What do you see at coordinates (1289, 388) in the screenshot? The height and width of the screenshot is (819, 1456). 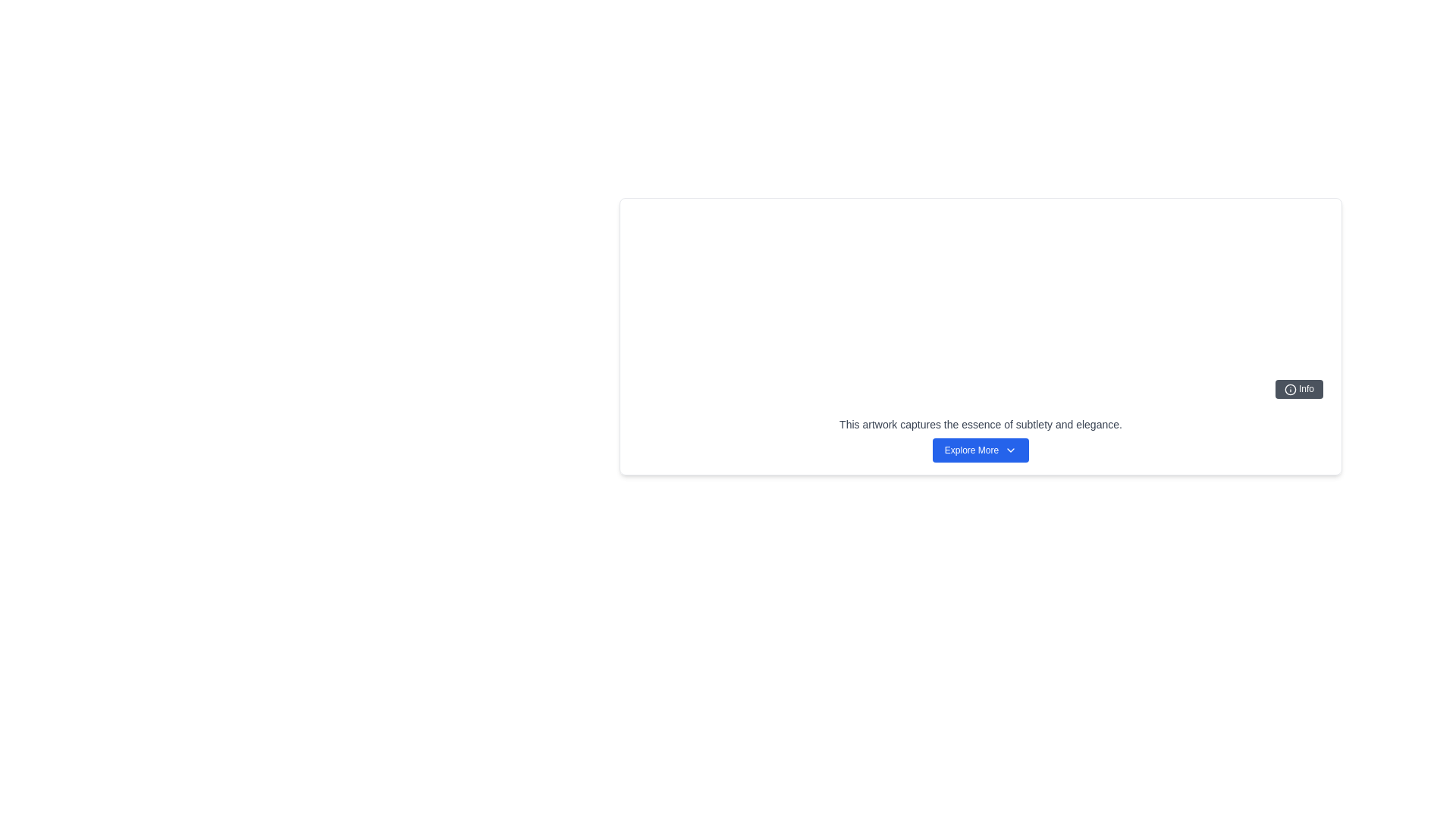 I see `the information icon located at the bottom-right corner of the 'Info' button` at bounding box center [1289, 388].